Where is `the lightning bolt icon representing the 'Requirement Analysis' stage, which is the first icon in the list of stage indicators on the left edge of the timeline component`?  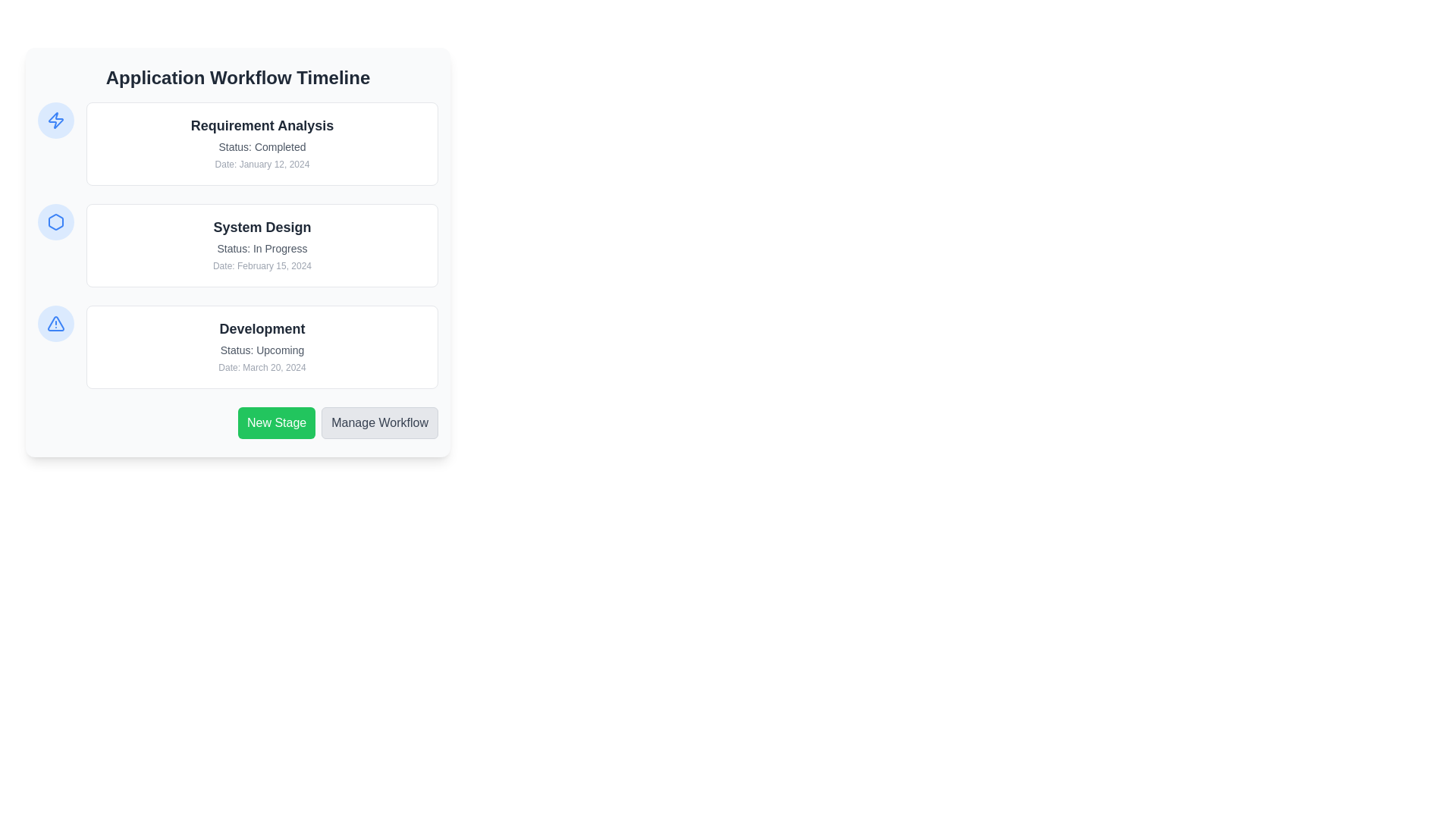
the lightning bolt icon representing the 'Requirement Analysis' stage, which is the first icon in the list of stage indicators on the left edge of the timeline component is located at coordinates (55, 119).